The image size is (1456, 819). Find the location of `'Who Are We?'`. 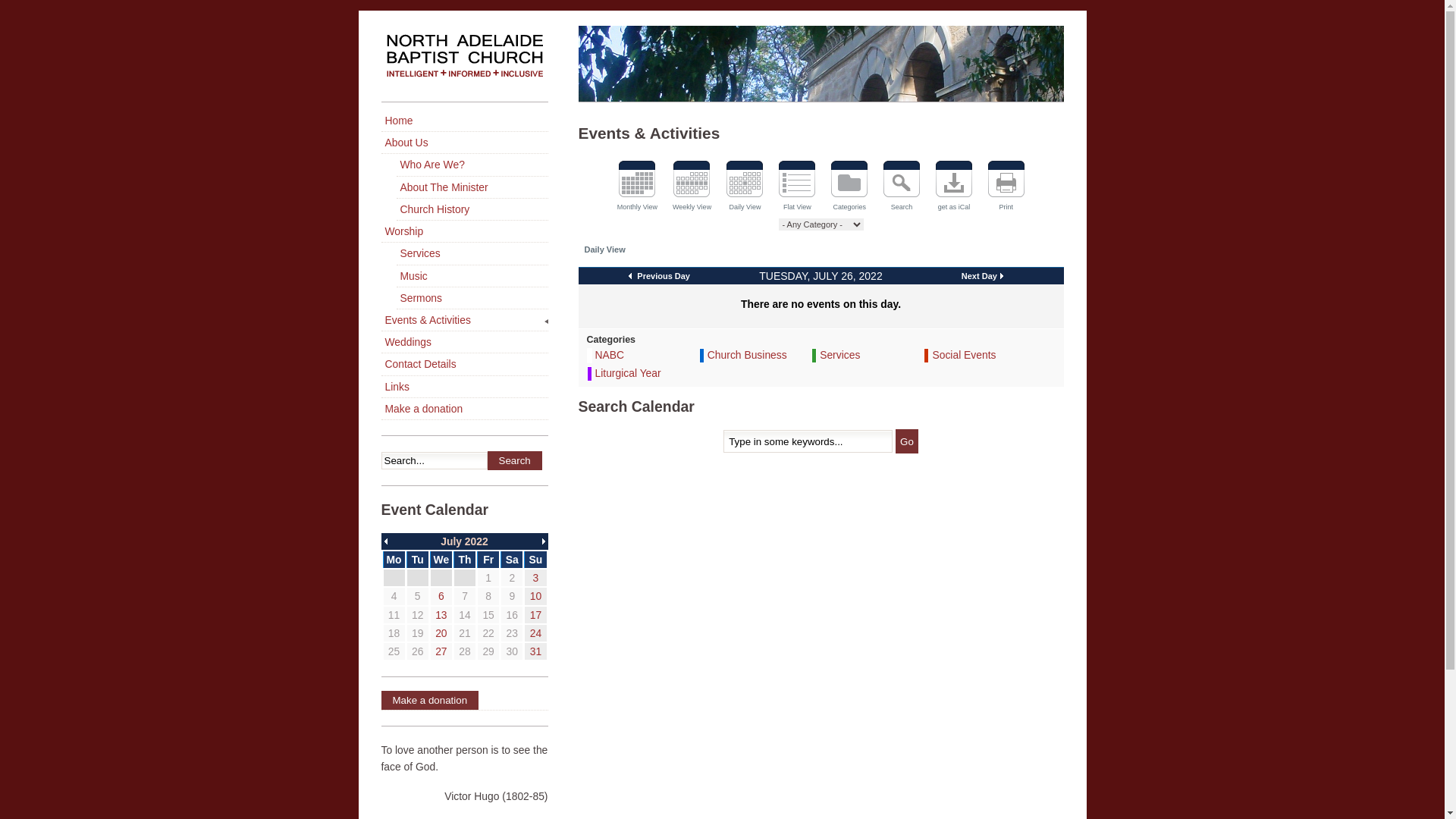

'Who Are We?' is located at coordinates (471, 165).